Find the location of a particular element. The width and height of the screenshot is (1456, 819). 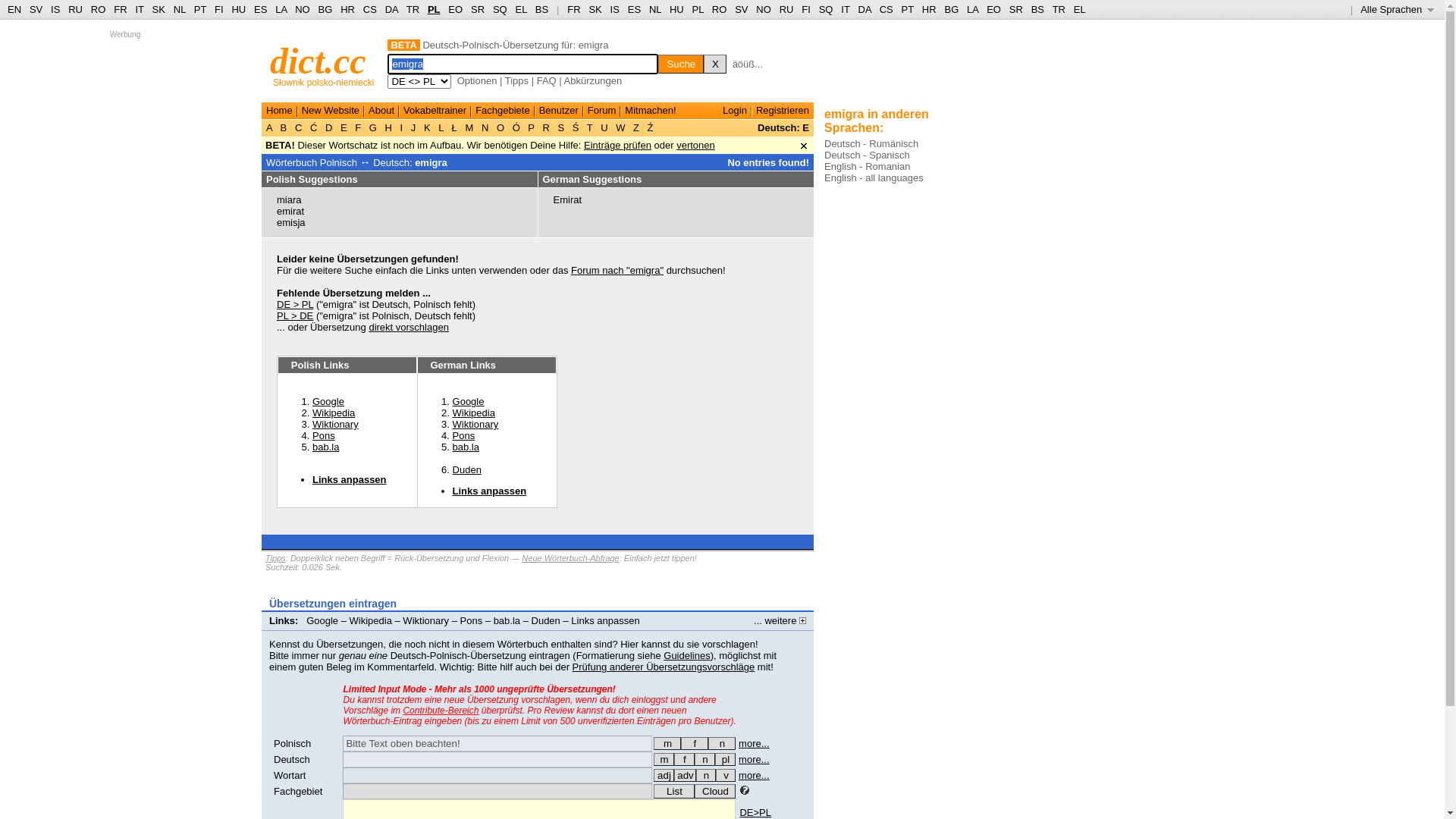

'adv' is located at coordinates (684, 775).